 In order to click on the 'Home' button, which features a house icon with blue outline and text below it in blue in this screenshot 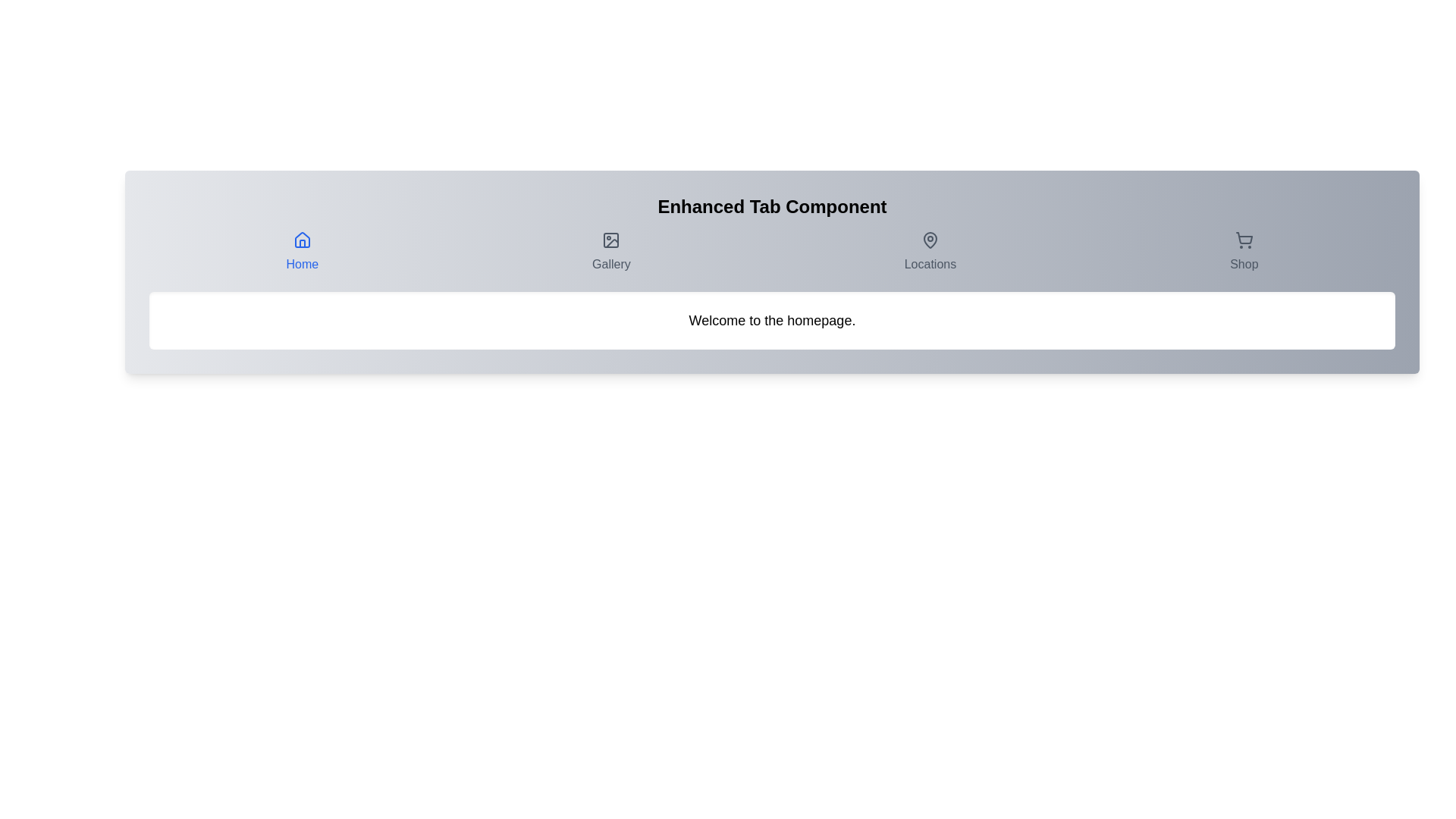, I will do `click(302, 251)`.